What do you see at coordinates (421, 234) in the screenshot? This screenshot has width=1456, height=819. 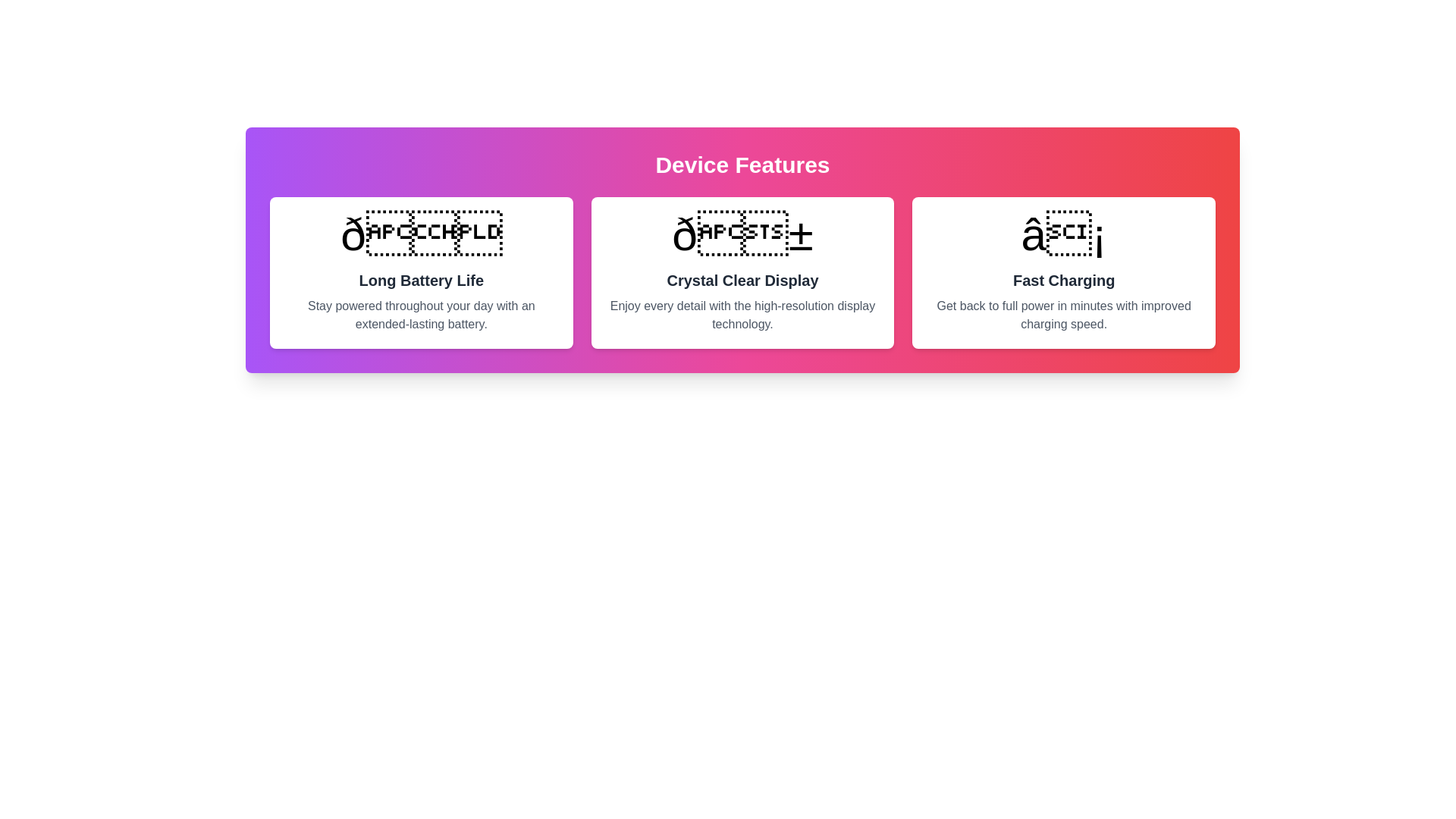 I see `the emoji icon representing 'Long Battery Life', which is centrally located in a horizontal layout of three feature icons` at bounding box center [421, 234].